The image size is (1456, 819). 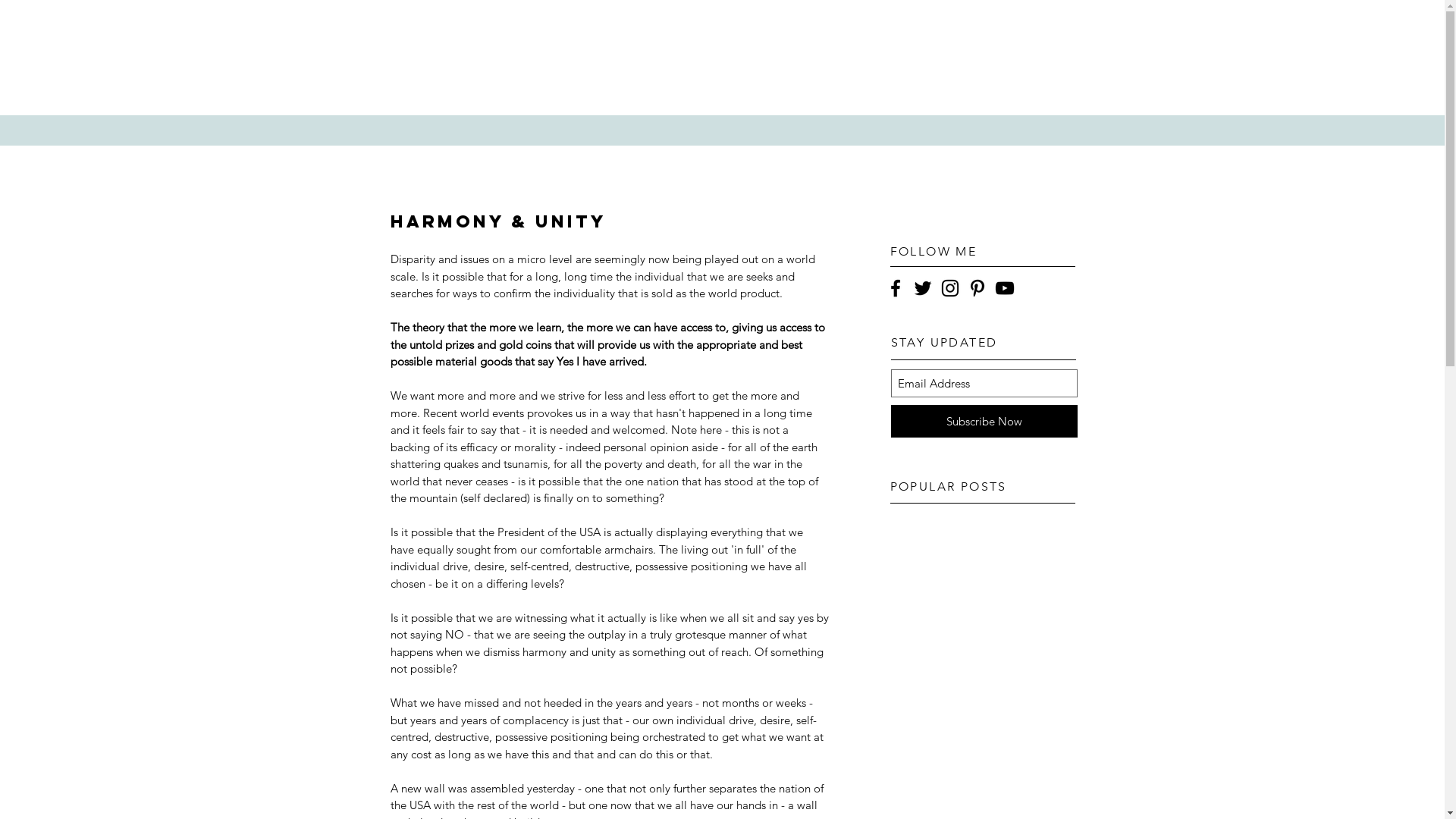 I want to click on 'Subscribe Now', so click(x=983, y=421).